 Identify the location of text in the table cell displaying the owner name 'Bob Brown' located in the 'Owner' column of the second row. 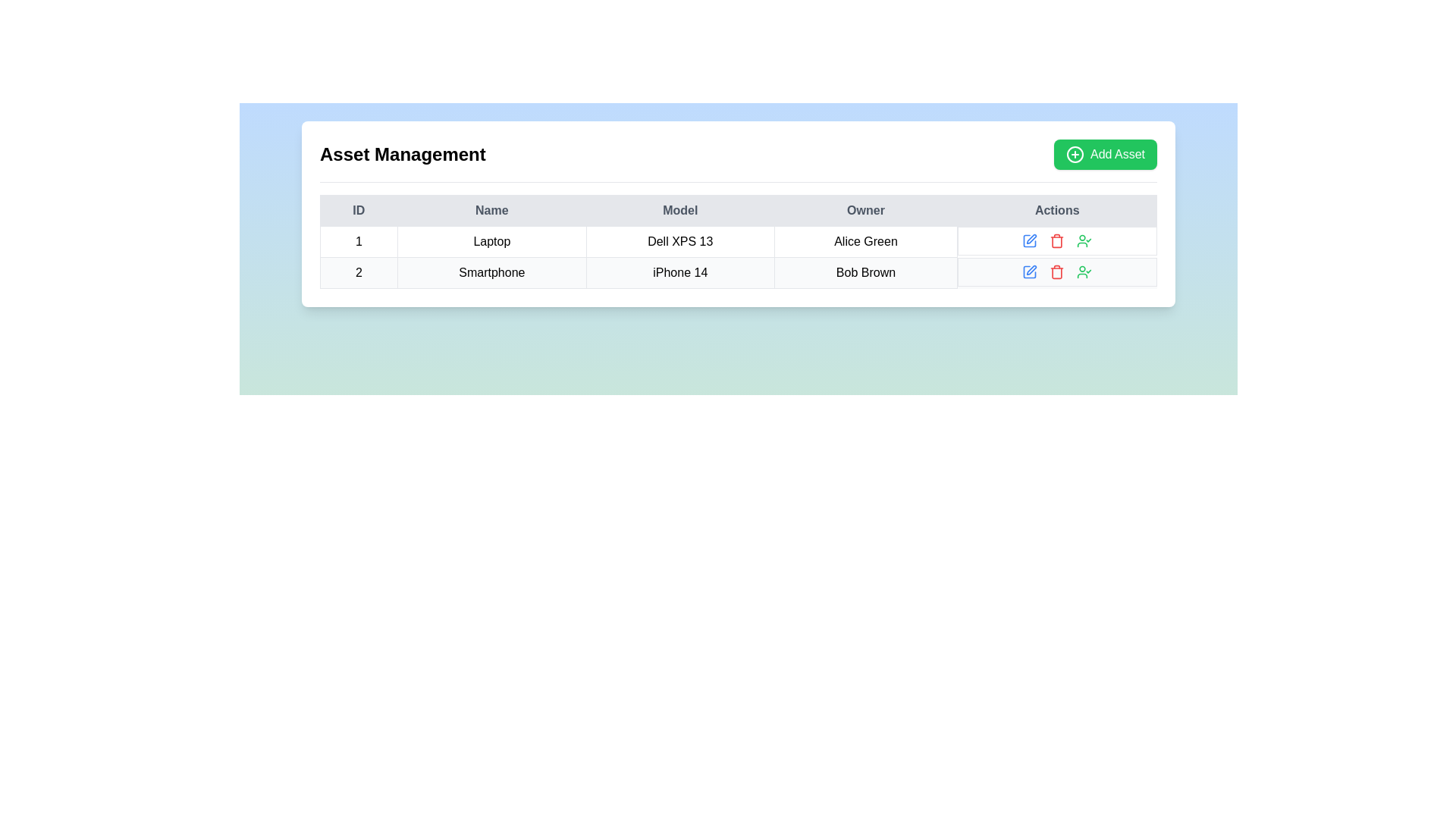
(866, 271).